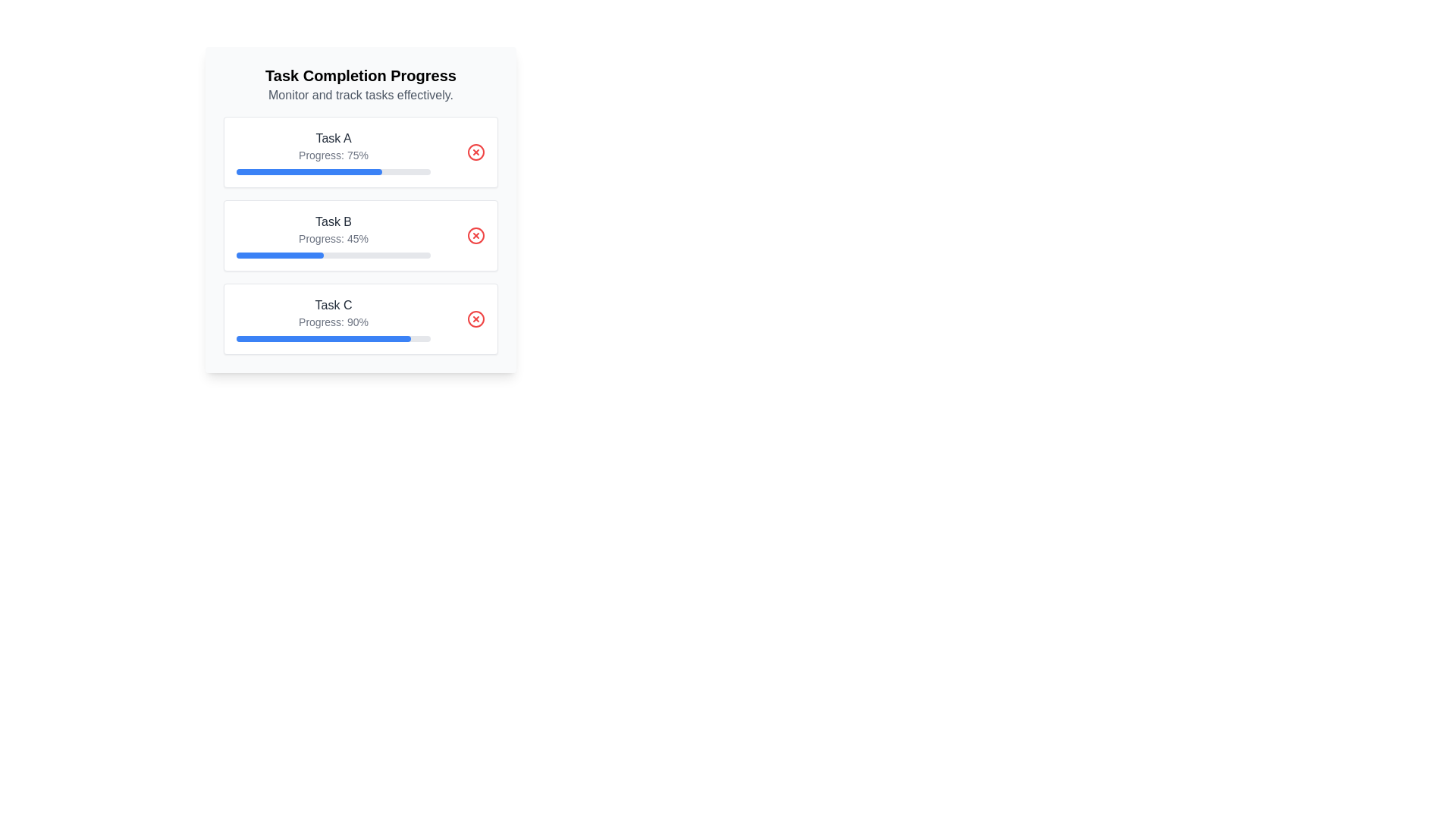  What do you see at coordinates (280, 254) in the screenshot?
I see `the progress bar that visually represents the progress of Task B, which is currently 45% complete` at bounding box center [280, 254].